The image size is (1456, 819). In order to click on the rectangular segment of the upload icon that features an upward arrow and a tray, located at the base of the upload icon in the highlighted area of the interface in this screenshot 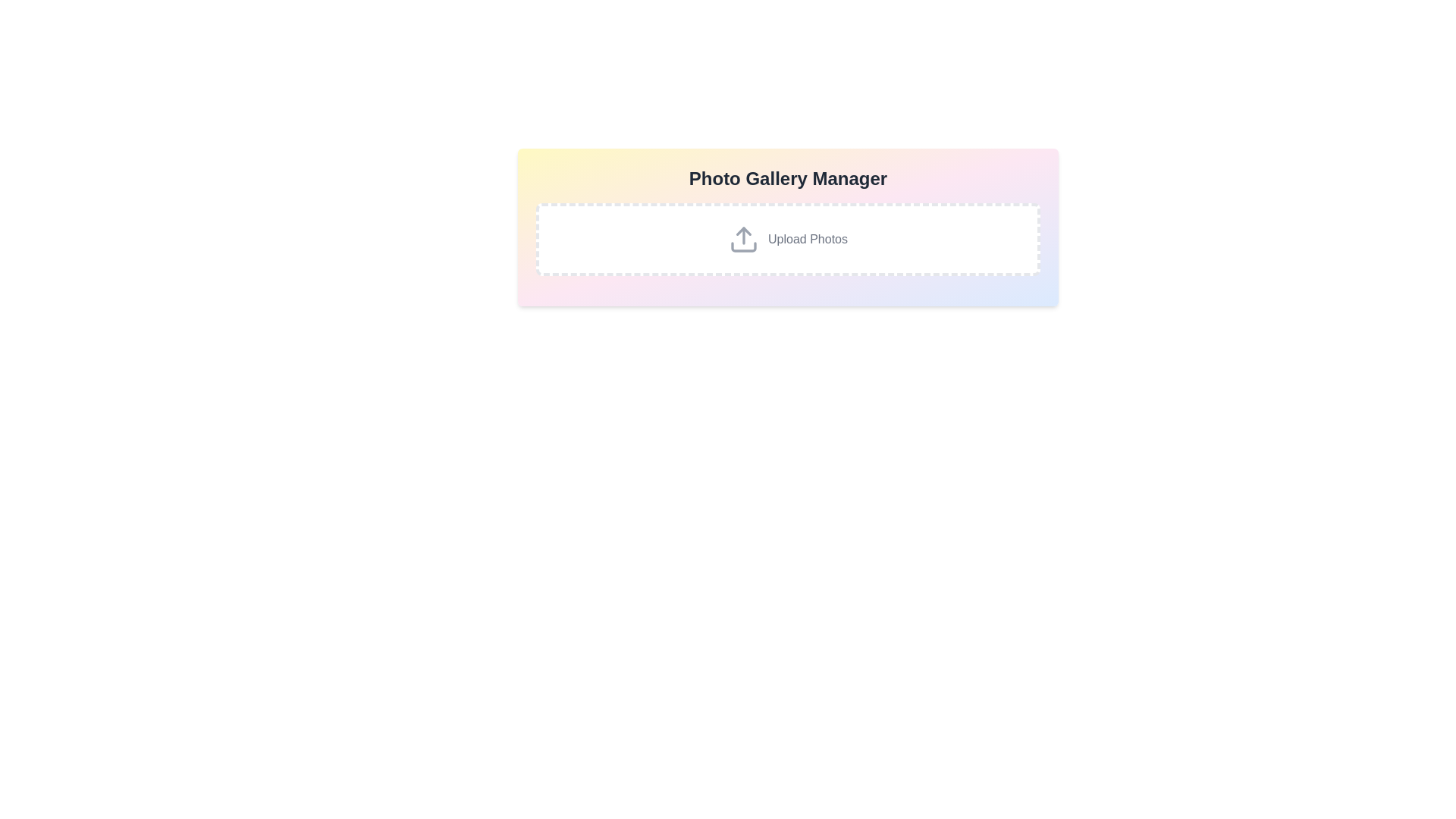, I will do `click(743, 246)`.